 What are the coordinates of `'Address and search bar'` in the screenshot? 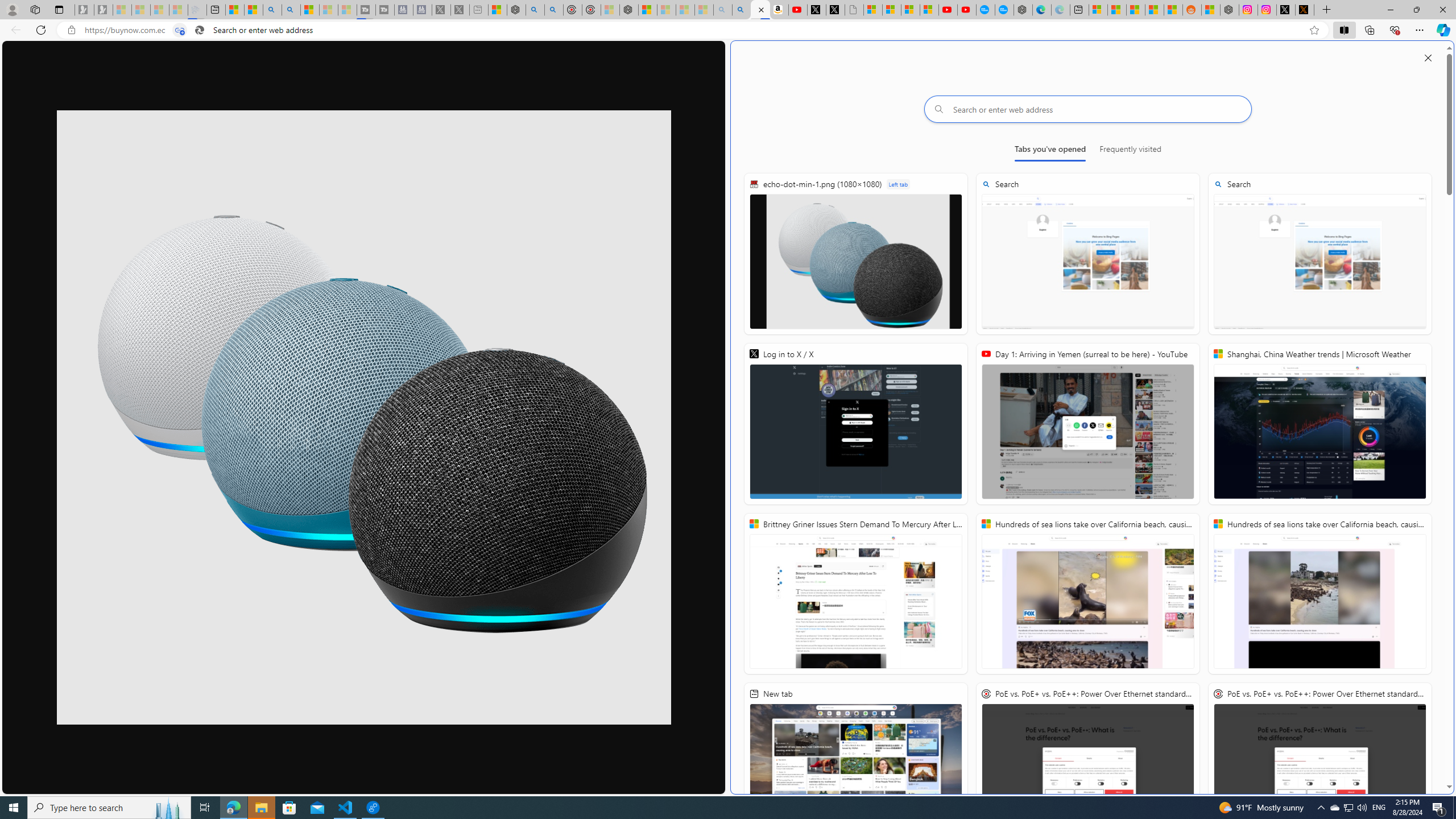 It's located at (693, 30).